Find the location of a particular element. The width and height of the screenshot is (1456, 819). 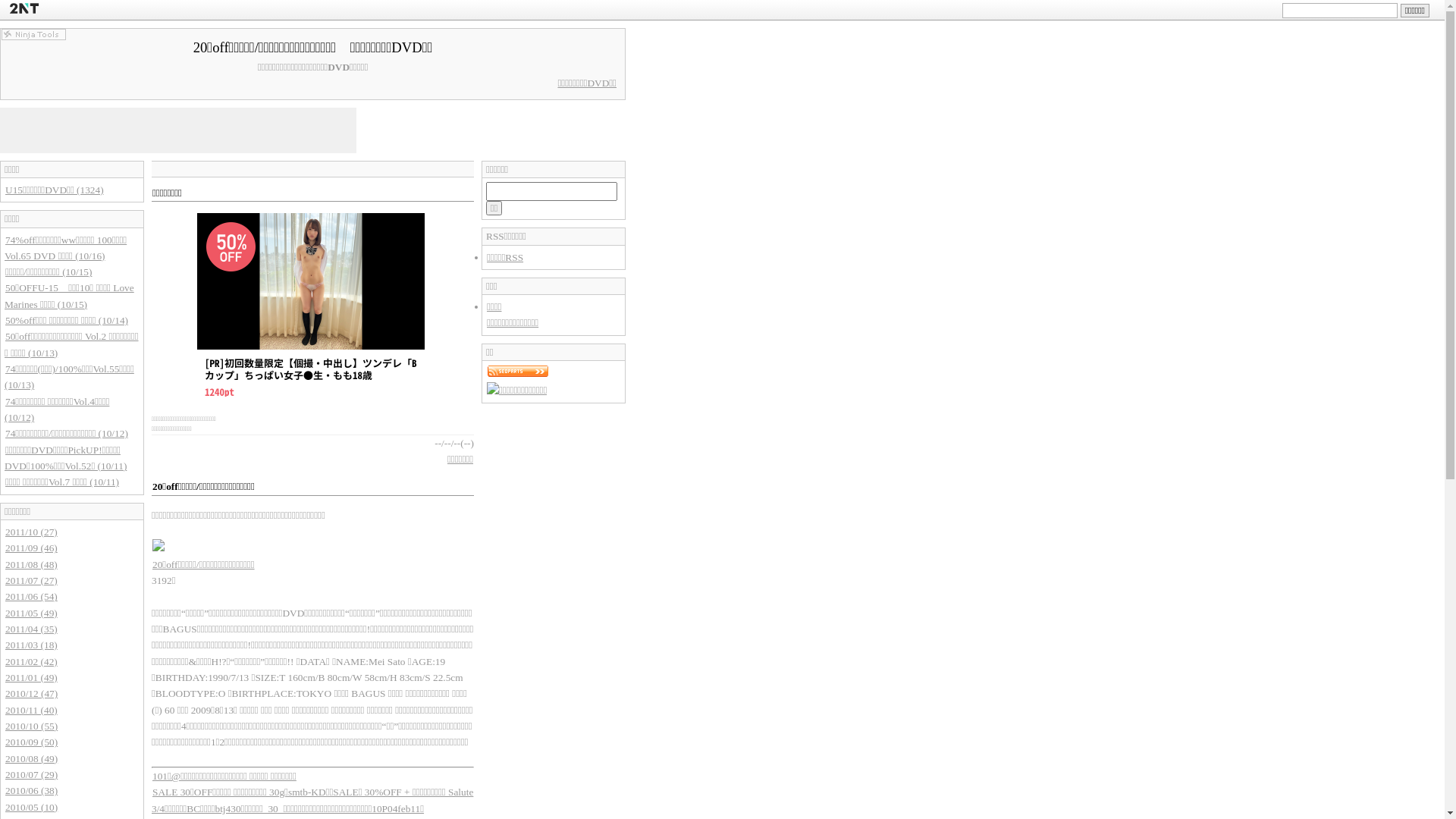

'2010/08 (49)' is located at coordinates (31, 758).